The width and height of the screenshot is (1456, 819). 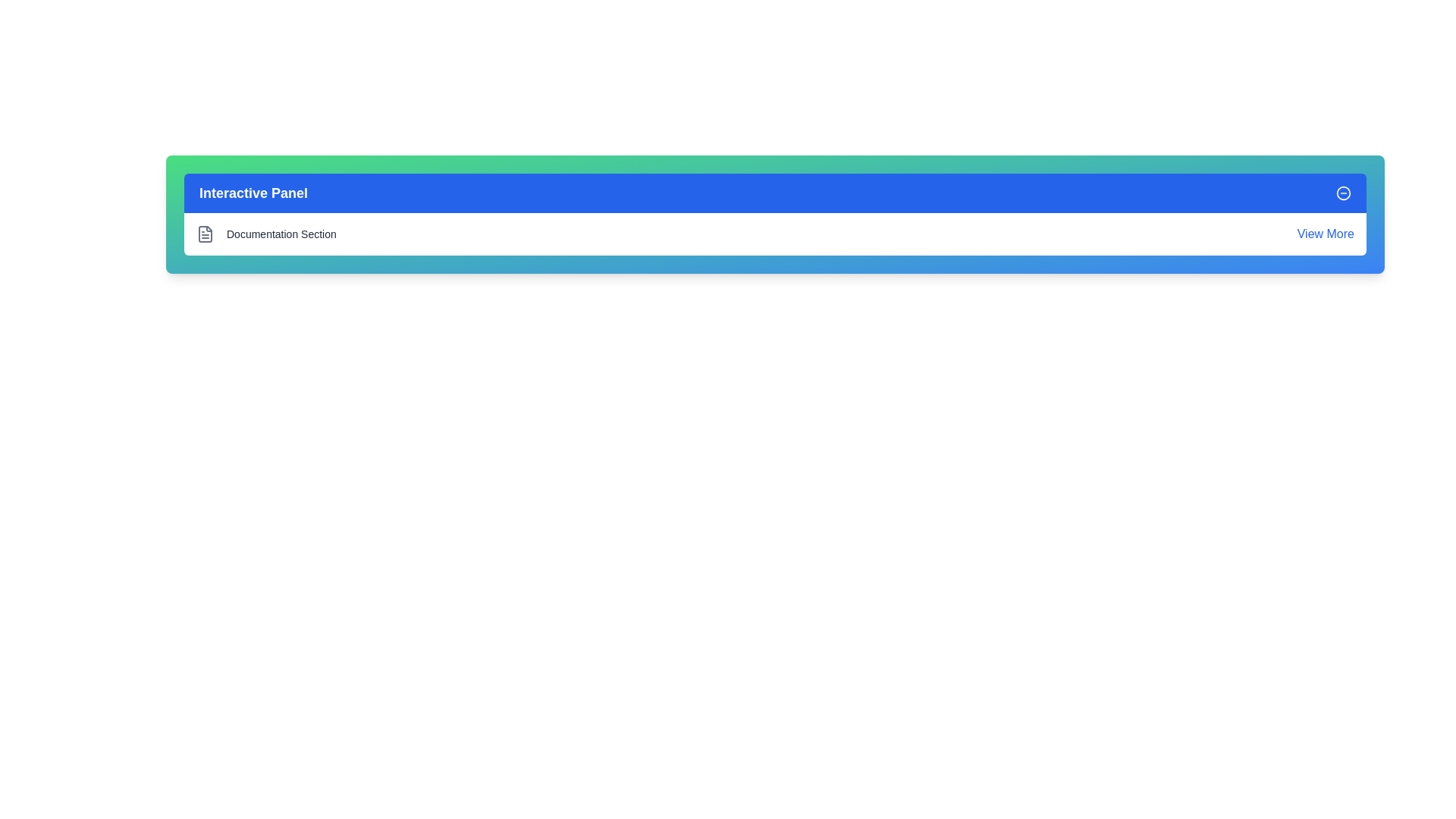 I want to click on the non-interactive text label that indicates the name or category of a section, located in the middle portion of the interface, preceded by an icon on its left, so click(x=281, y=234).